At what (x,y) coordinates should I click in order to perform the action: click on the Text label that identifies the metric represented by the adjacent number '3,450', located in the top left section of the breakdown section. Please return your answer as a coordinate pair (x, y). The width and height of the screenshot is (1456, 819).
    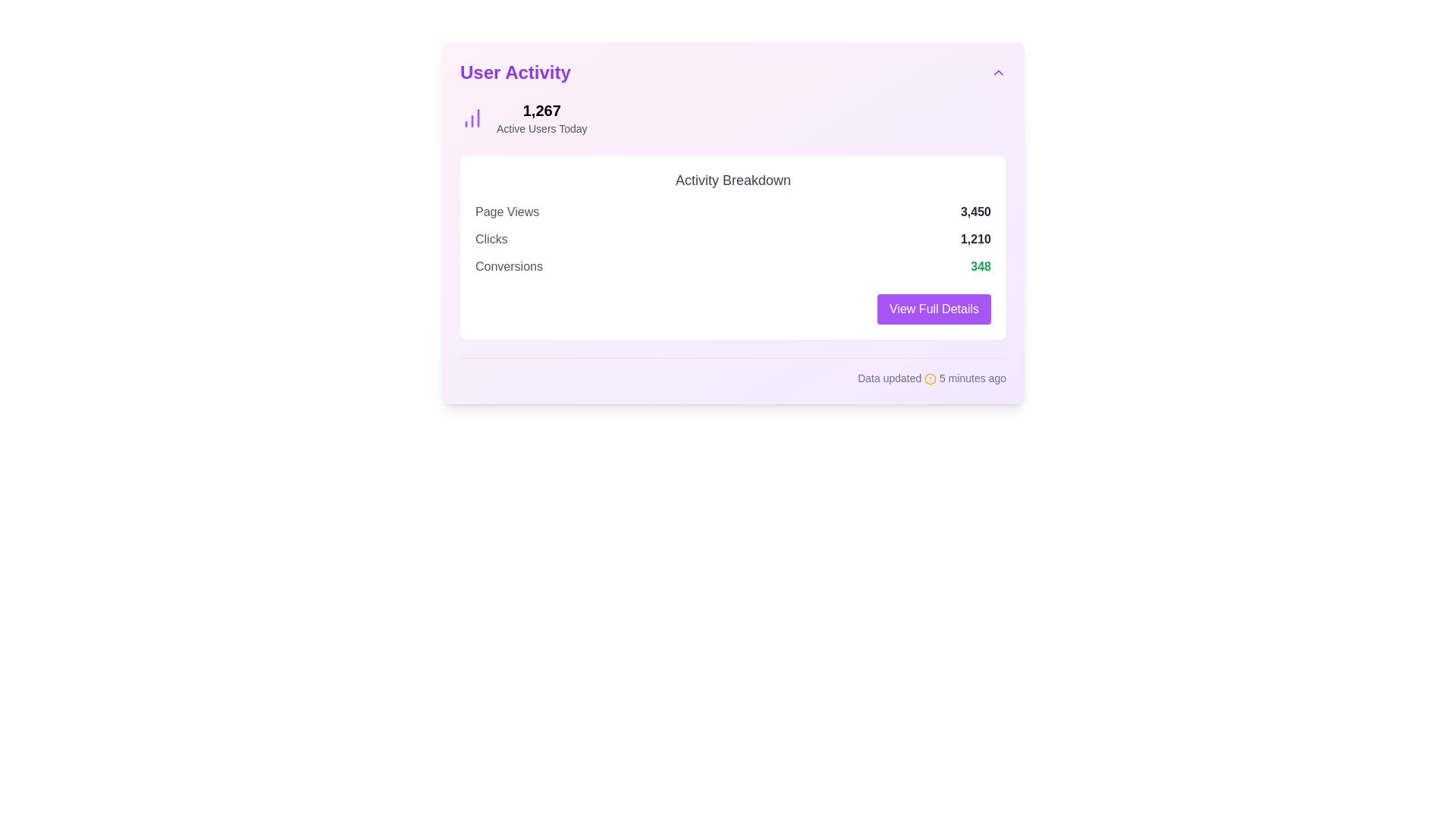
    Looking at the image, I should click on (507, 212).